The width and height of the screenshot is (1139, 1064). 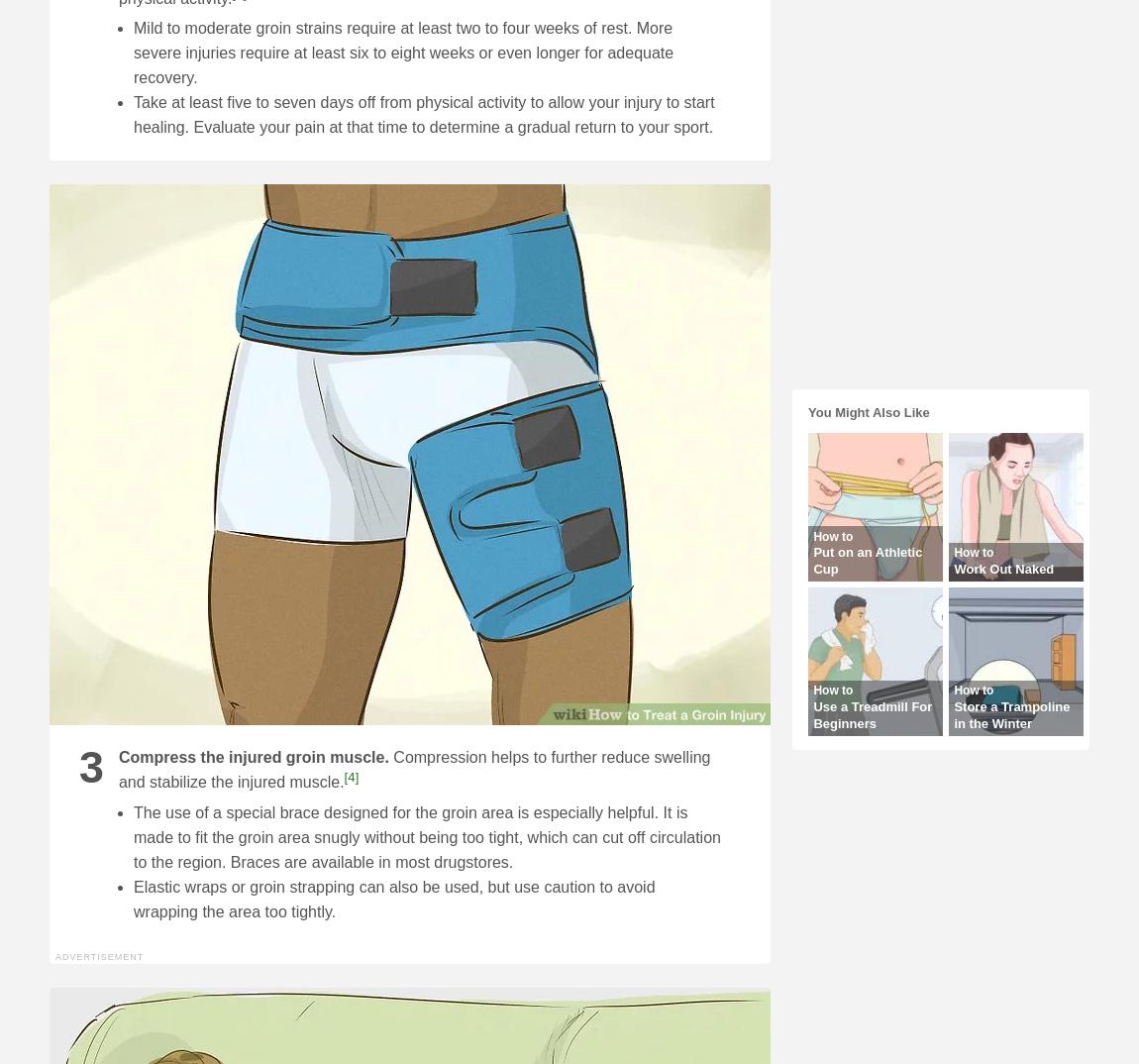 What do you see at coordinates (954, 568) in the screenshot?
I see `'Work Out Naked'` at bounding box center [954, 568].